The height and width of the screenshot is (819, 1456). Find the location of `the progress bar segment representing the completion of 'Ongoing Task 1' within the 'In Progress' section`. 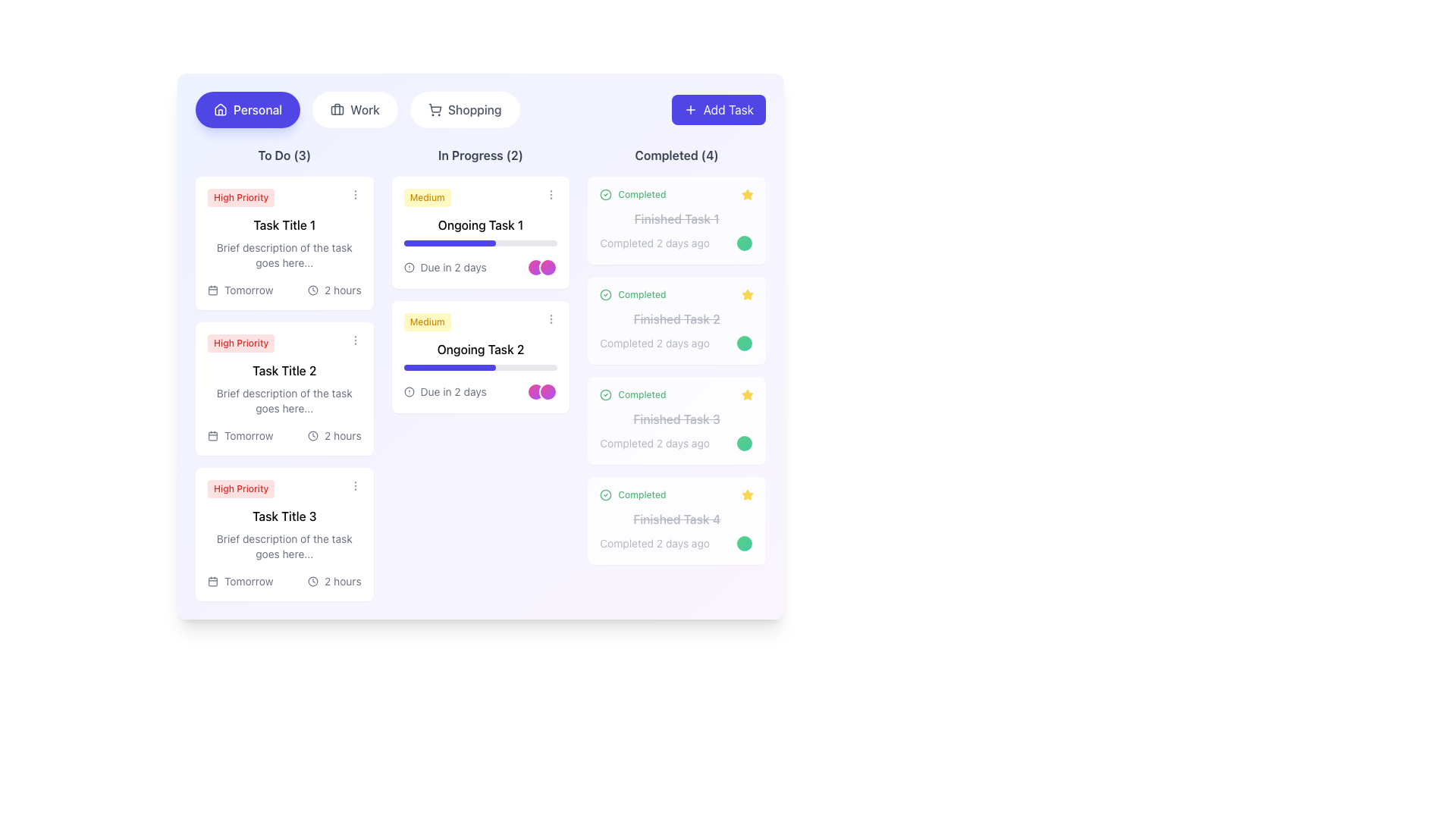

the progress bar segment representing the completion of 'Ongoing Task 1' within the 'In Progress' section is located at coordinates (449, 242).